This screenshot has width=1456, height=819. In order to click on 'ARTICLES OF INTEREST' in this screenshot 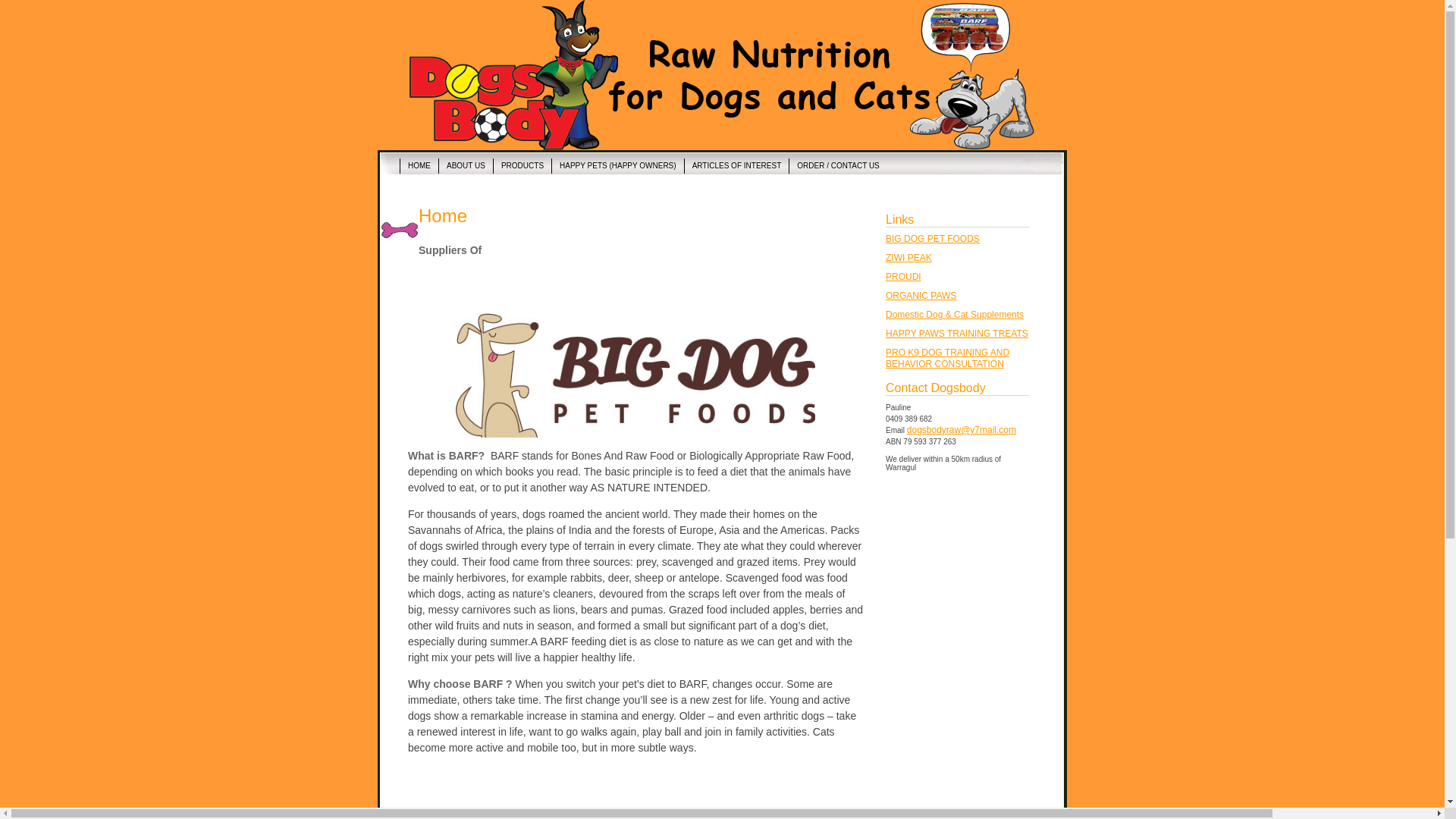, I will do `click(736, 166)`.